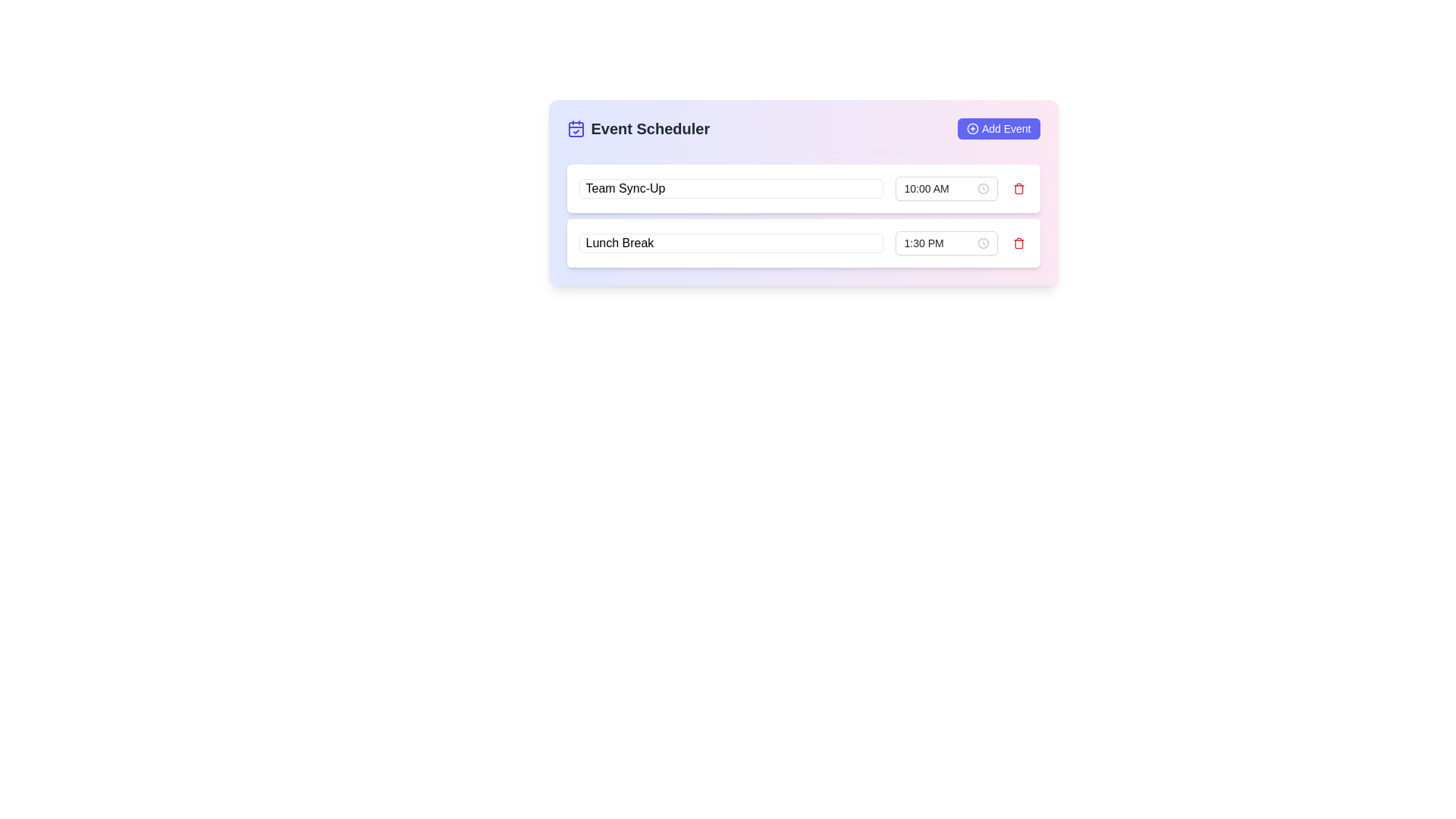  I want to click on the button located at the top right corner of the 'Event Scheduler' section, so click(999, 127).